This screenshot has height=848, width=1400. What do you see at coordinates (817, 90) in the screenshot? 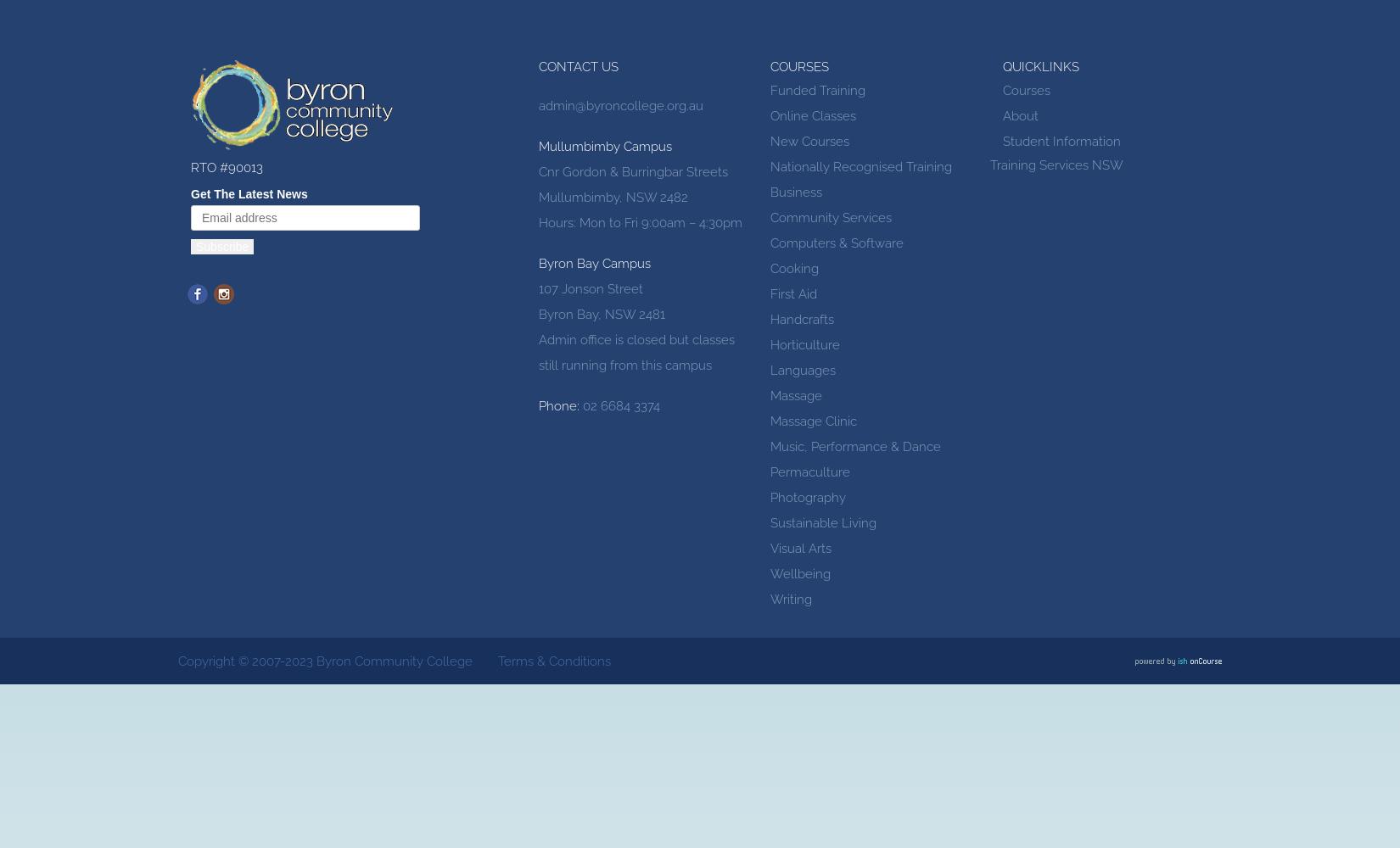
I see `'Funded Training'` at bounding box center [817, 90].